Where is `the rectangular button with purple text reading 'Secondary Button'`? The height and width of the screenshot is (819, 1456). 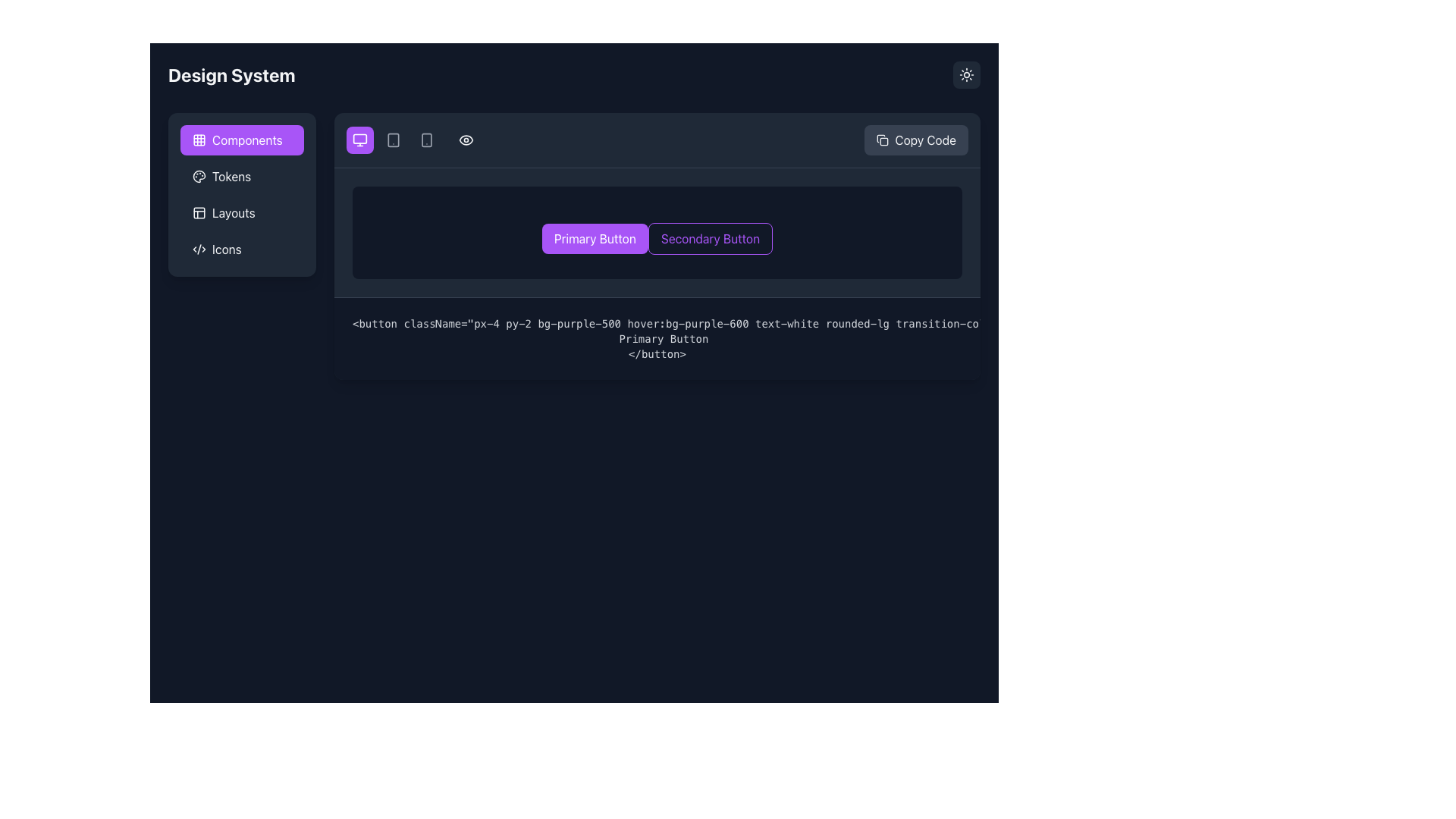 the rectangular button with purple text reading 'Secondary Button' is located at coordinates (657, 245).